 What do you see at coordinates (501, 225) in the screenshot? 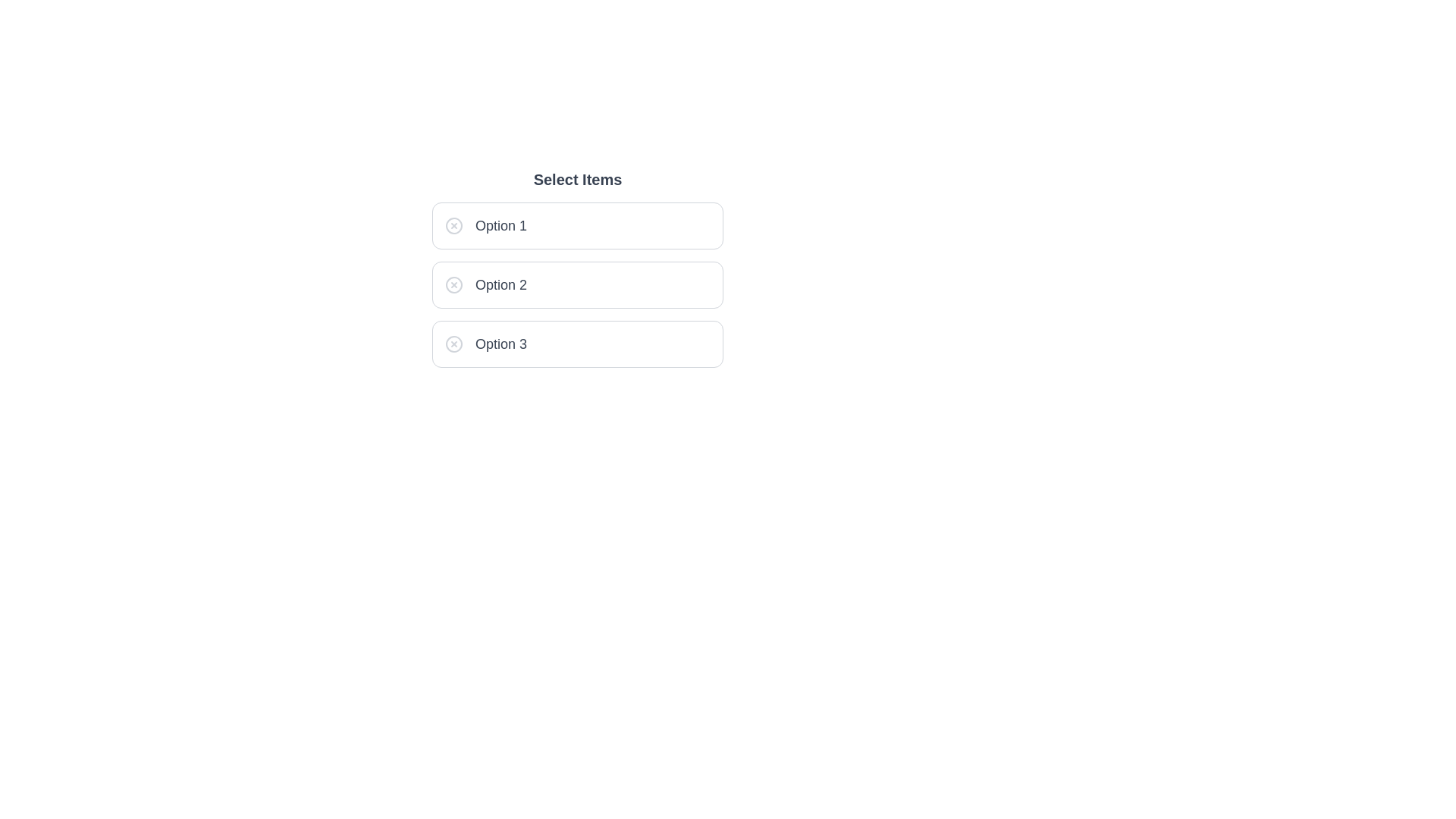
I see `the text label that identifies the first selectable item in the vertical list, which is centrally aligned within a rounded rectangular card` at bounding box center [501, 225].